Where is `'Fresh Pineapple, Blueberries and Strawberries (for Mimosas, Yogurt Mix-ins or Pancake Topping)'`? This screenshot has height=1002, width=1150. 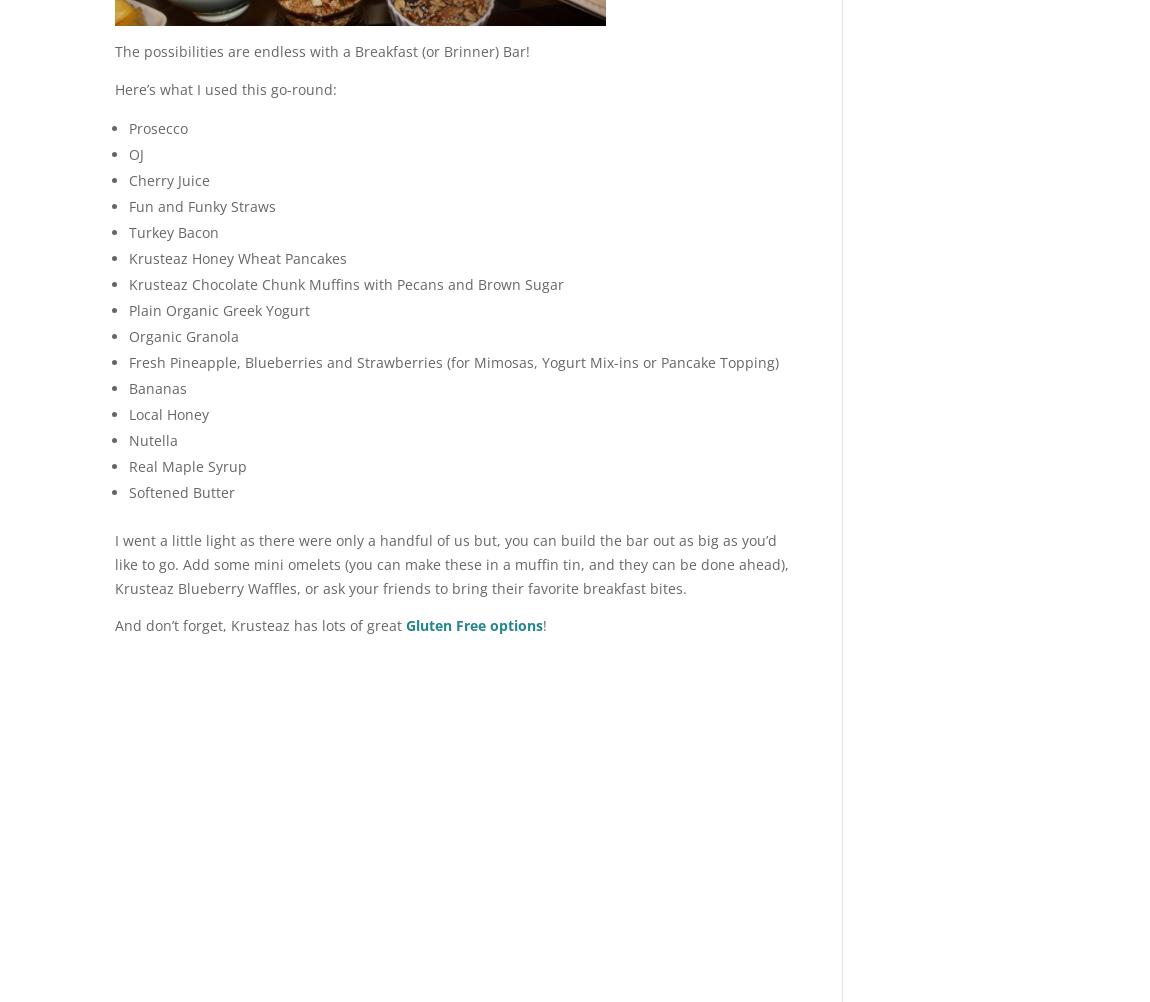
'Fresh Pineapple, Blueberries and Strawberries (for Mimosas, Yogurt Mix-ins or Pancake Topping)' is located at coordinates (454, 361).